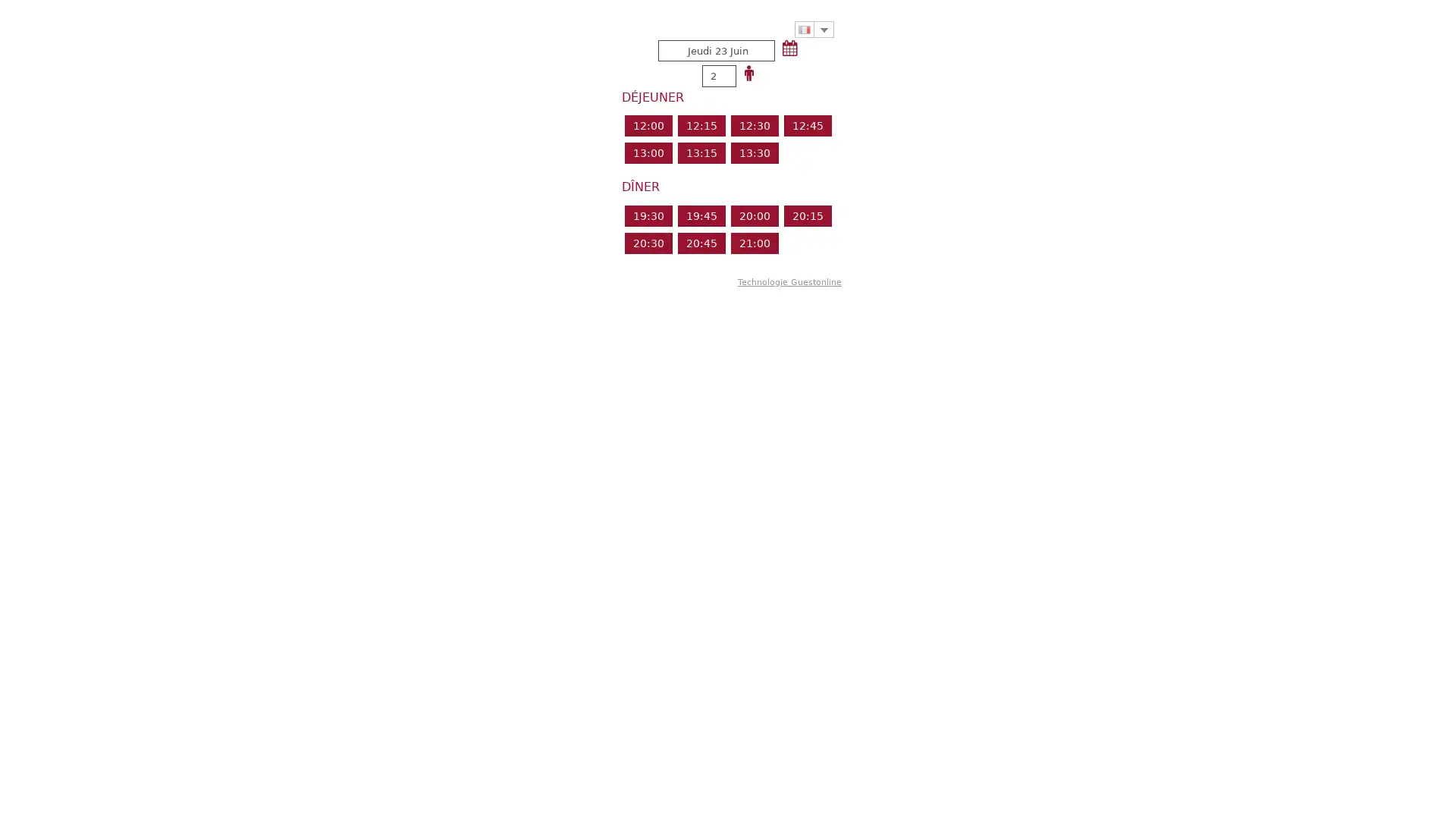 The height and width of the screenshot is (819, 1456). Describe the element at coordinates (648, 124) in the screenshot. I see `12:00` at that location.